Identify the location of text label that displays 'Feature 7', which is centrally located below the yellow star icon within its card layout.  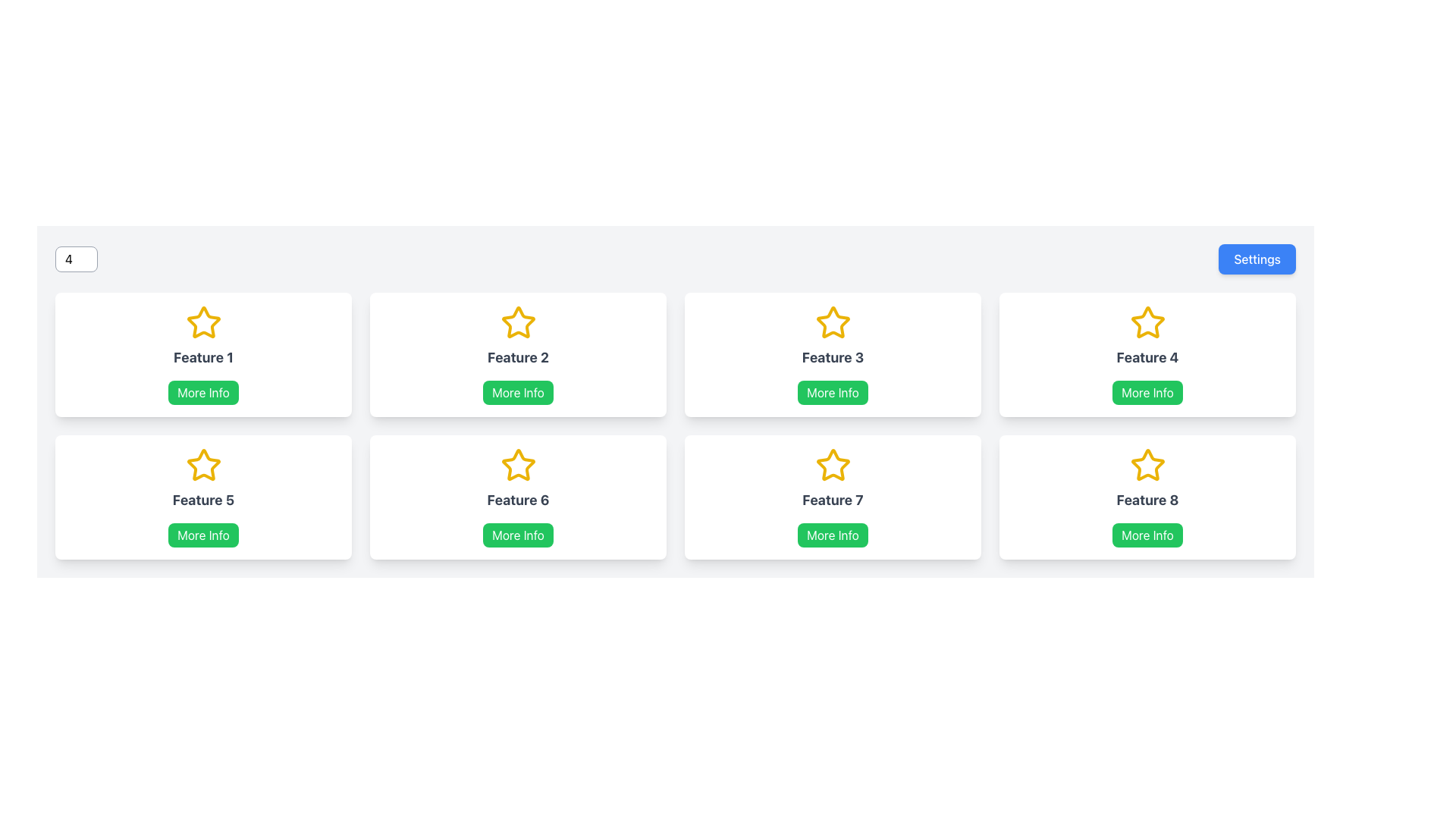
(832, 500).